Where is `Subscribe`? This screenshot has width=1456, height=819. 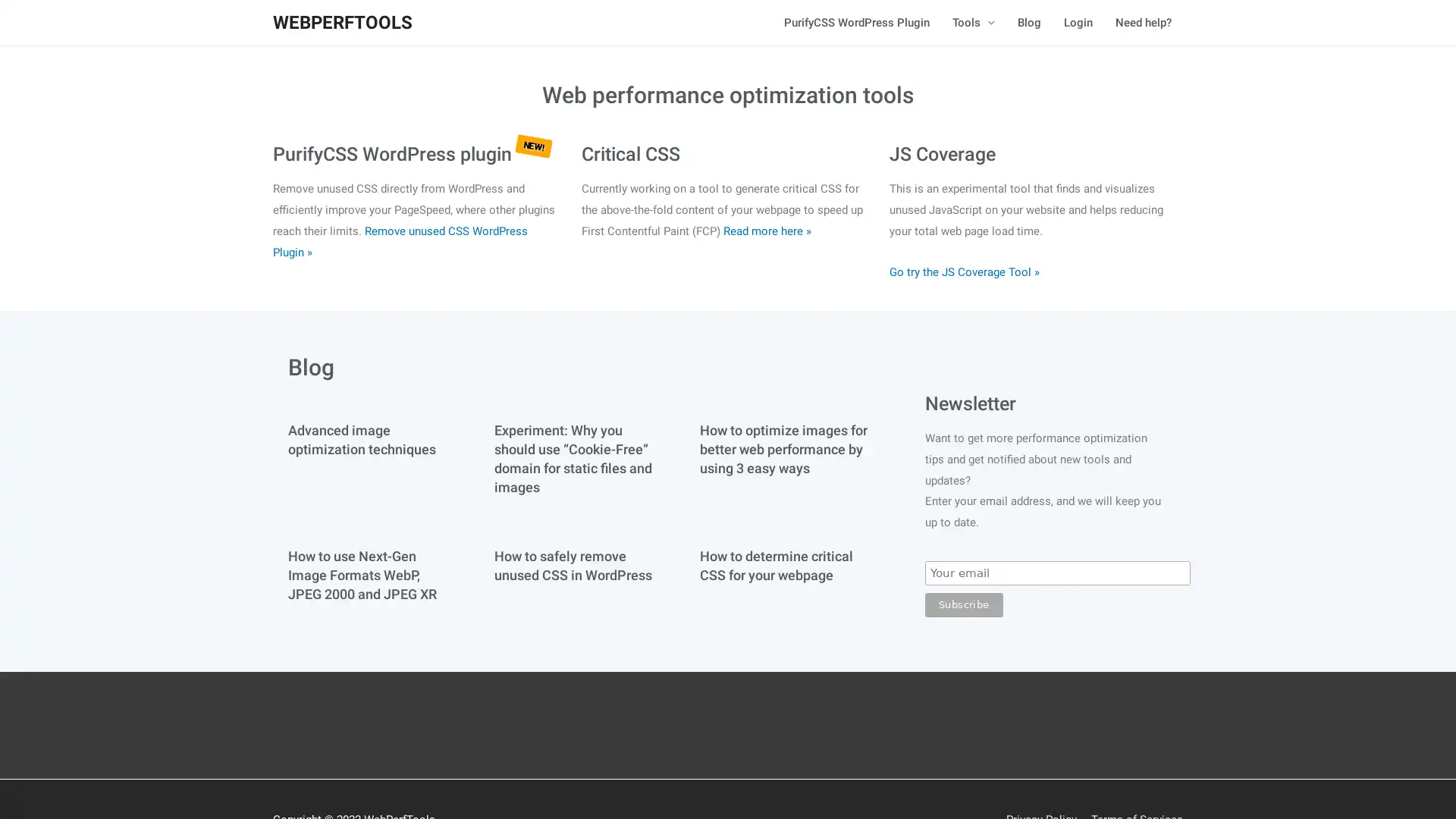
Subscribe is located at coordinates (963, 604).